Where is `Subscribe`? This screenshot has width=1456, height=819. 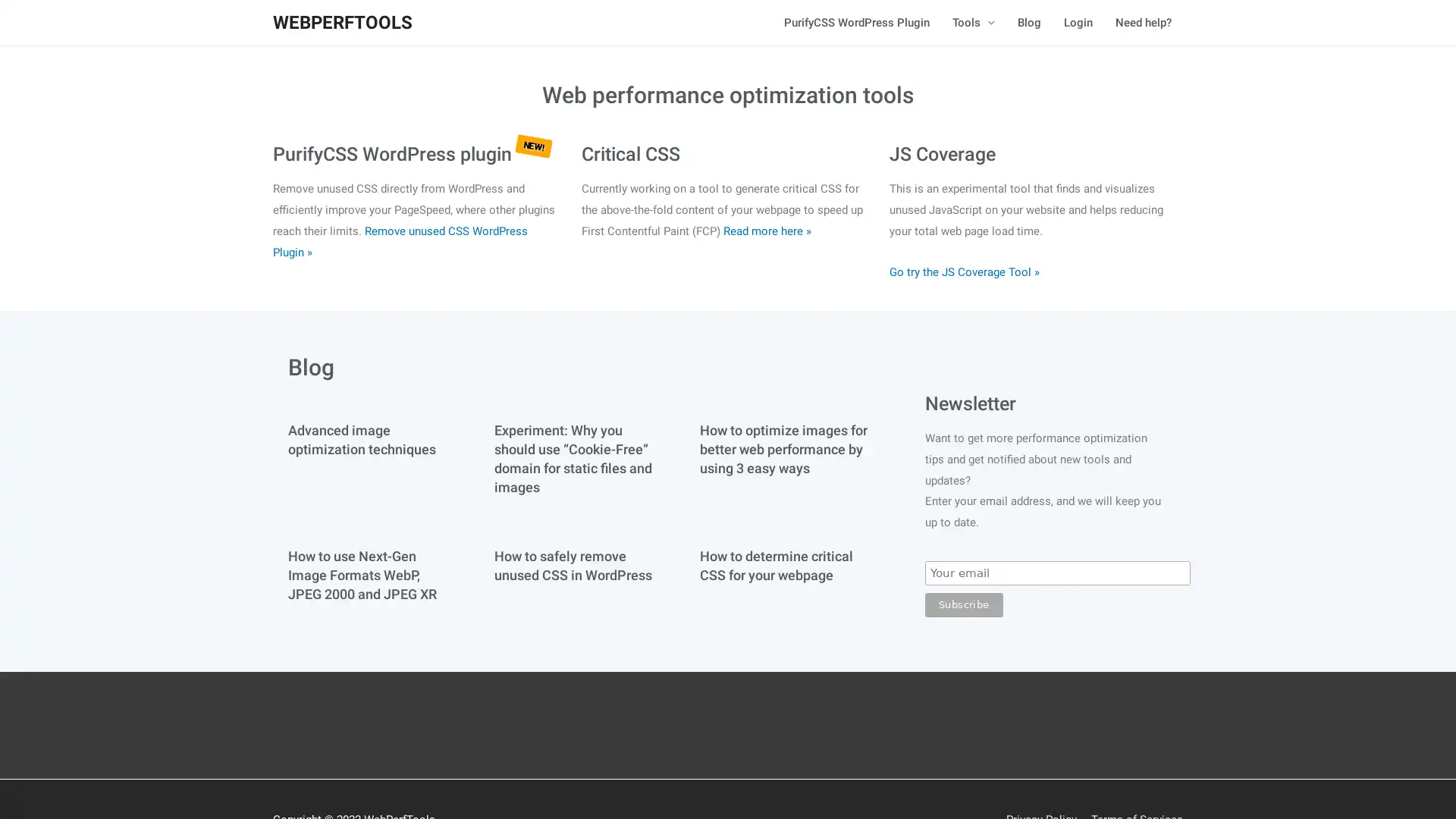
Subscribe is located at coordinates (963, 604).